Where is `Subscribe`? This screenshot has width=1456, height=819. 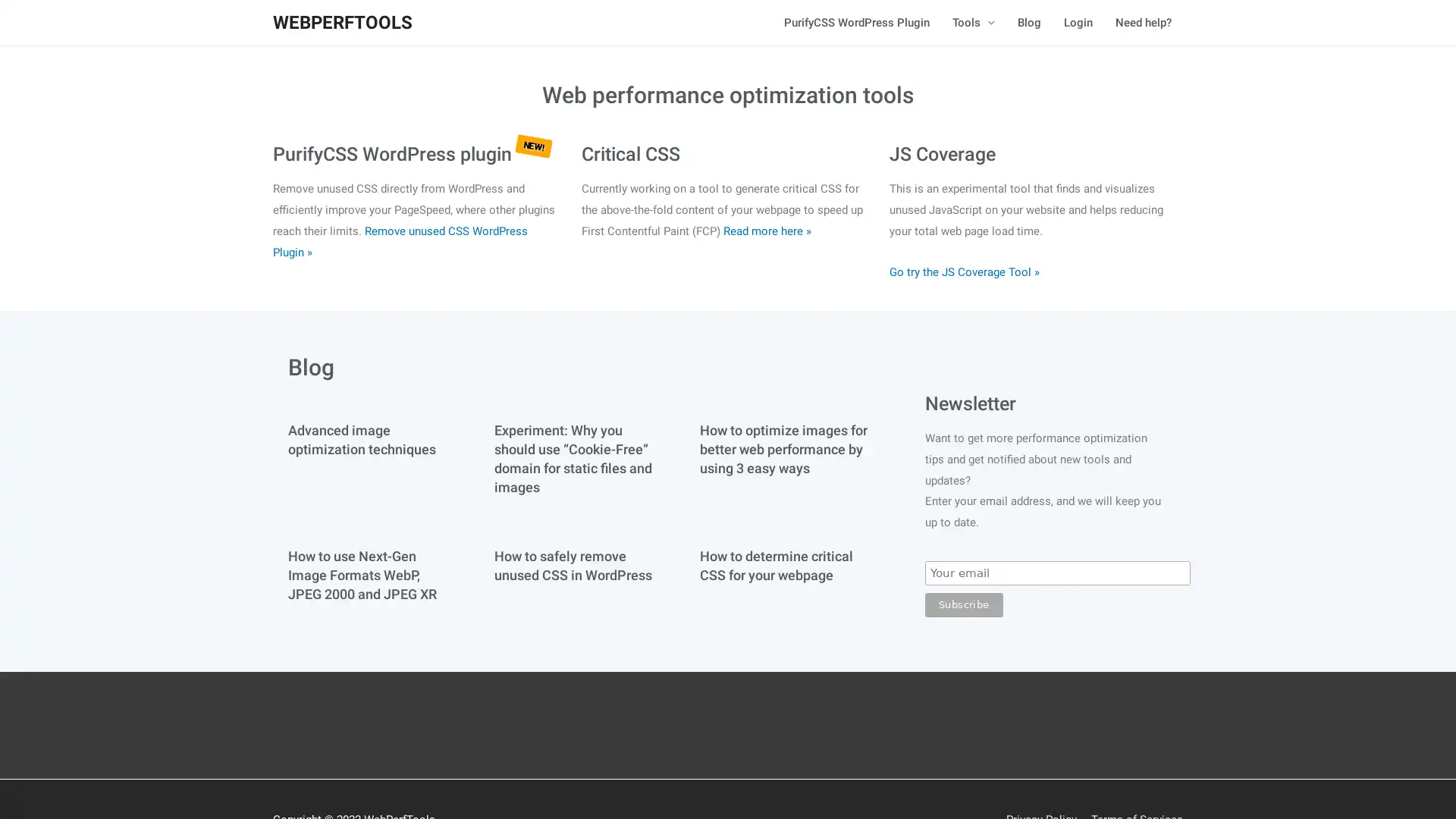
Subscribe is located at coordinates (963, 604).